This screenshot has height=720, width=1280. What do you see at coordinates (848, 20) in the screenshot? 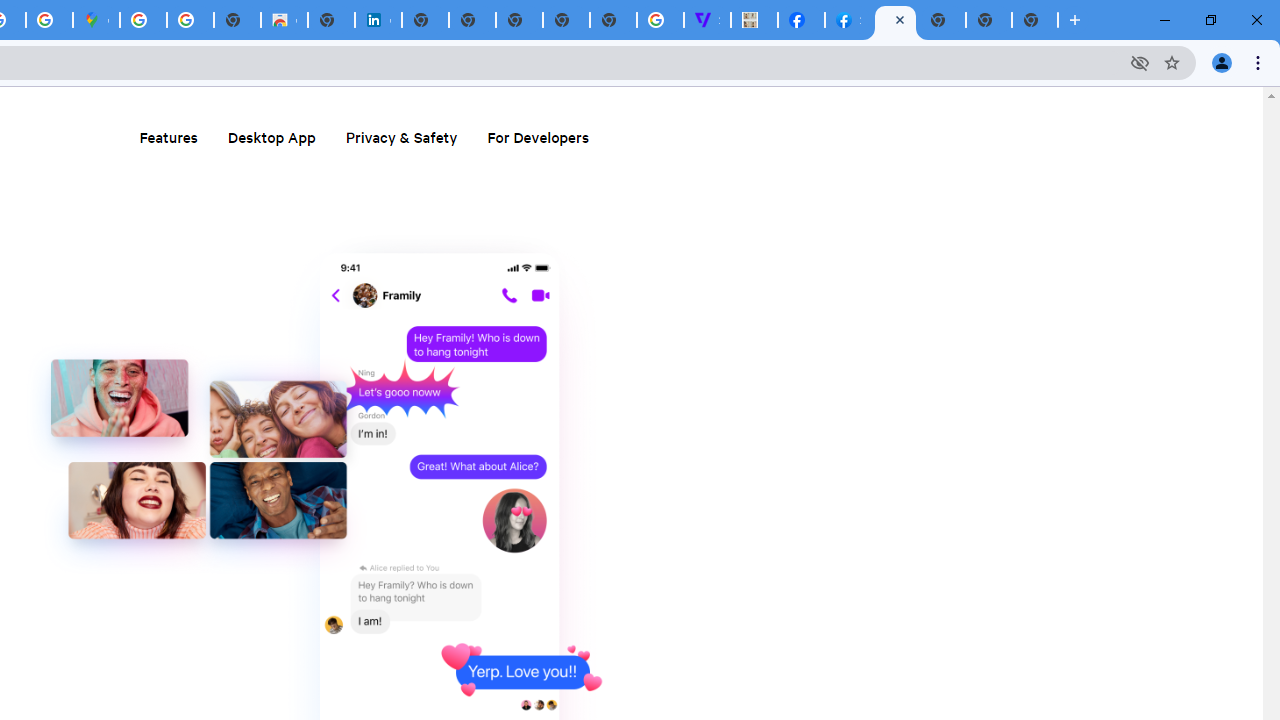
I see `'Sign Up for Facebook'` at bounding box center [848, 20].